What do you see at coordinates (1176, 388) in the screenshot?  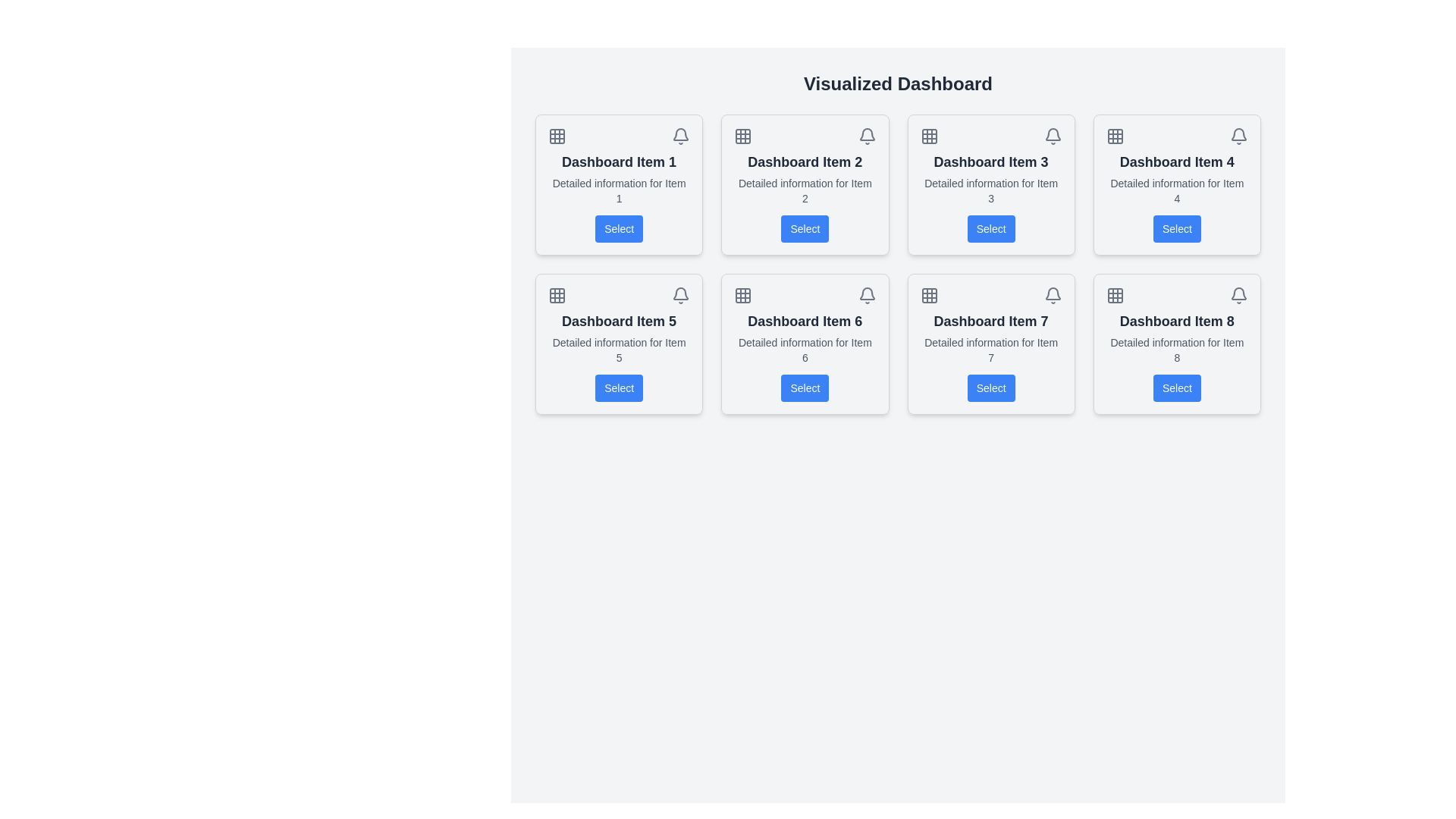 I see `the blue rectangular button labeled 'Select' in white text, which is located in the bottom right corner of the card labeled 'Dashboard Item 8'` at bounding box center [1176, 388].